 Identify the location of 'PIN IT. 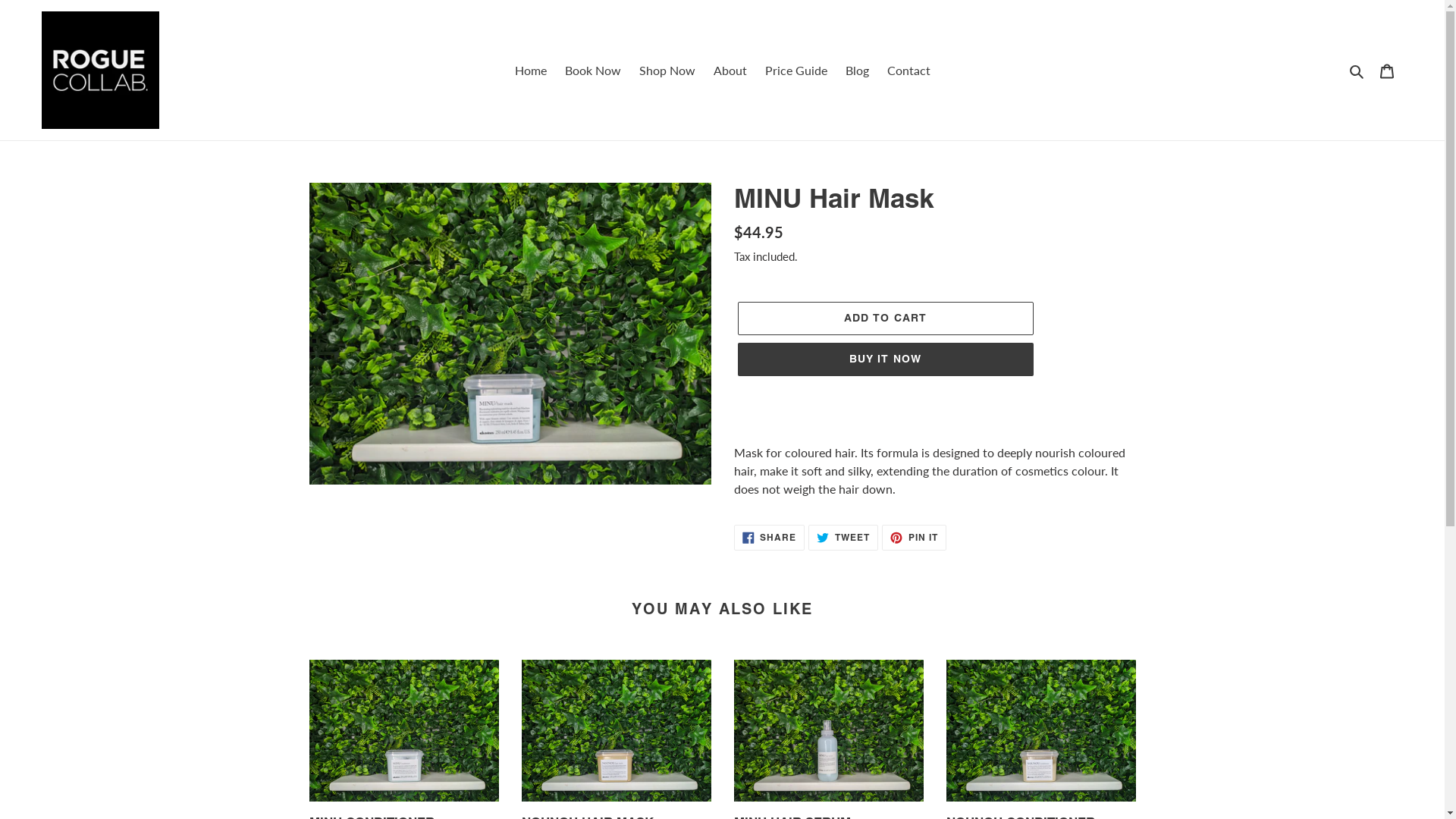
(913, 537).